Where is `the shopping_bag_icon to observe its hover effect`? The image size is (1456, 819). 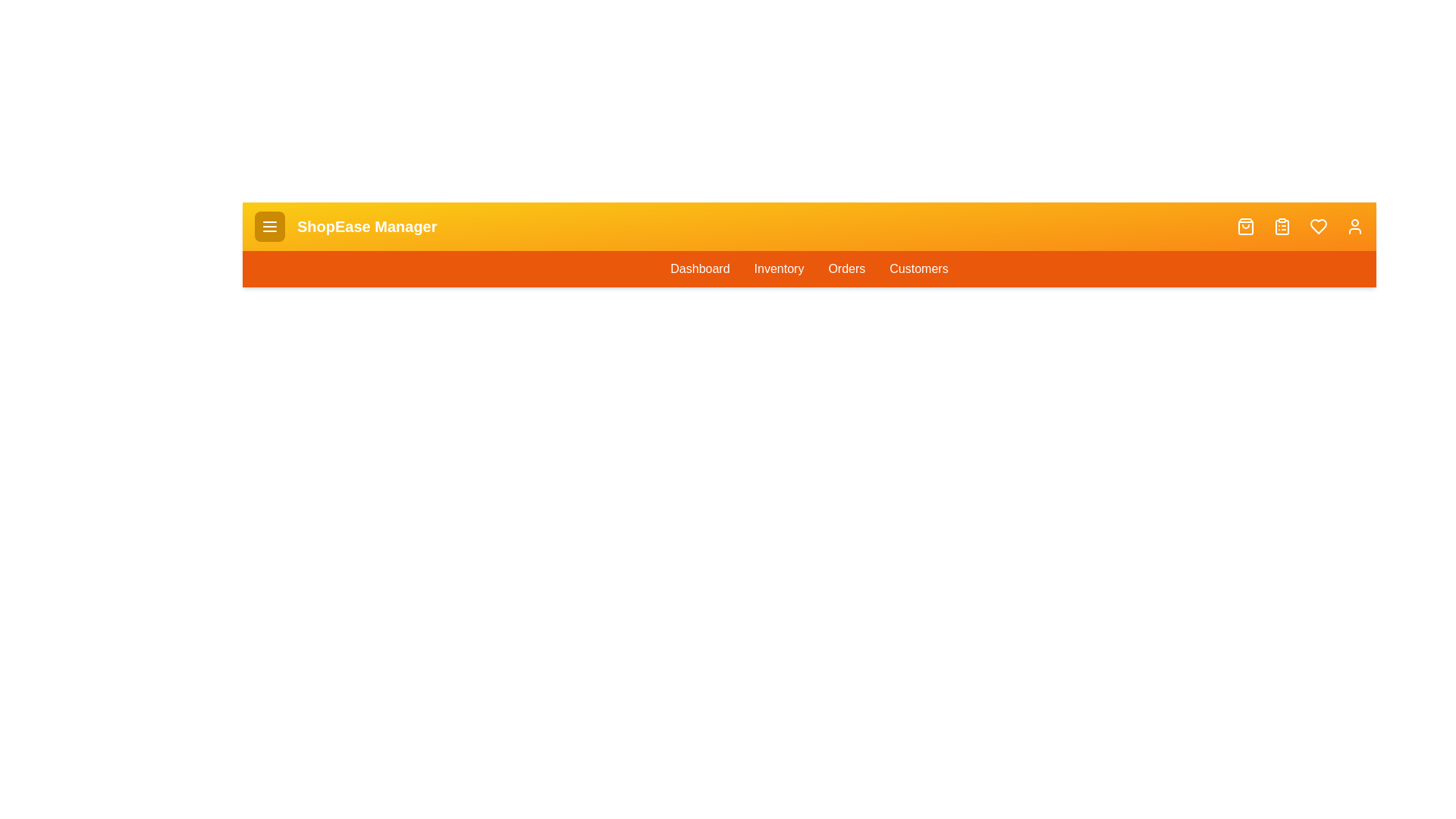 the shopping_bag_icon to observe its hover effect is located at coordinates (1245, 227).